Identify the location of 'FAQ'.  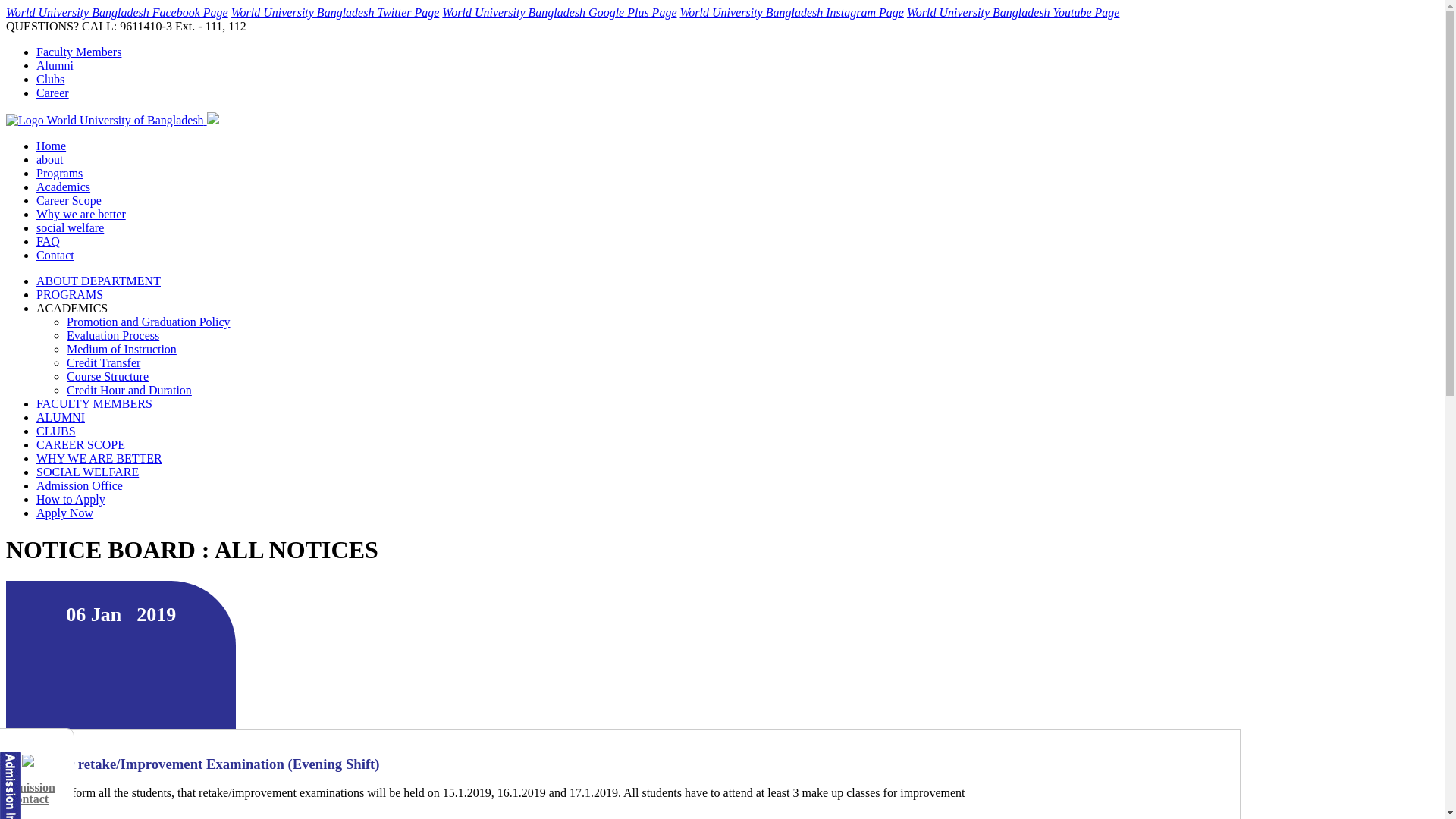
(48, 240).